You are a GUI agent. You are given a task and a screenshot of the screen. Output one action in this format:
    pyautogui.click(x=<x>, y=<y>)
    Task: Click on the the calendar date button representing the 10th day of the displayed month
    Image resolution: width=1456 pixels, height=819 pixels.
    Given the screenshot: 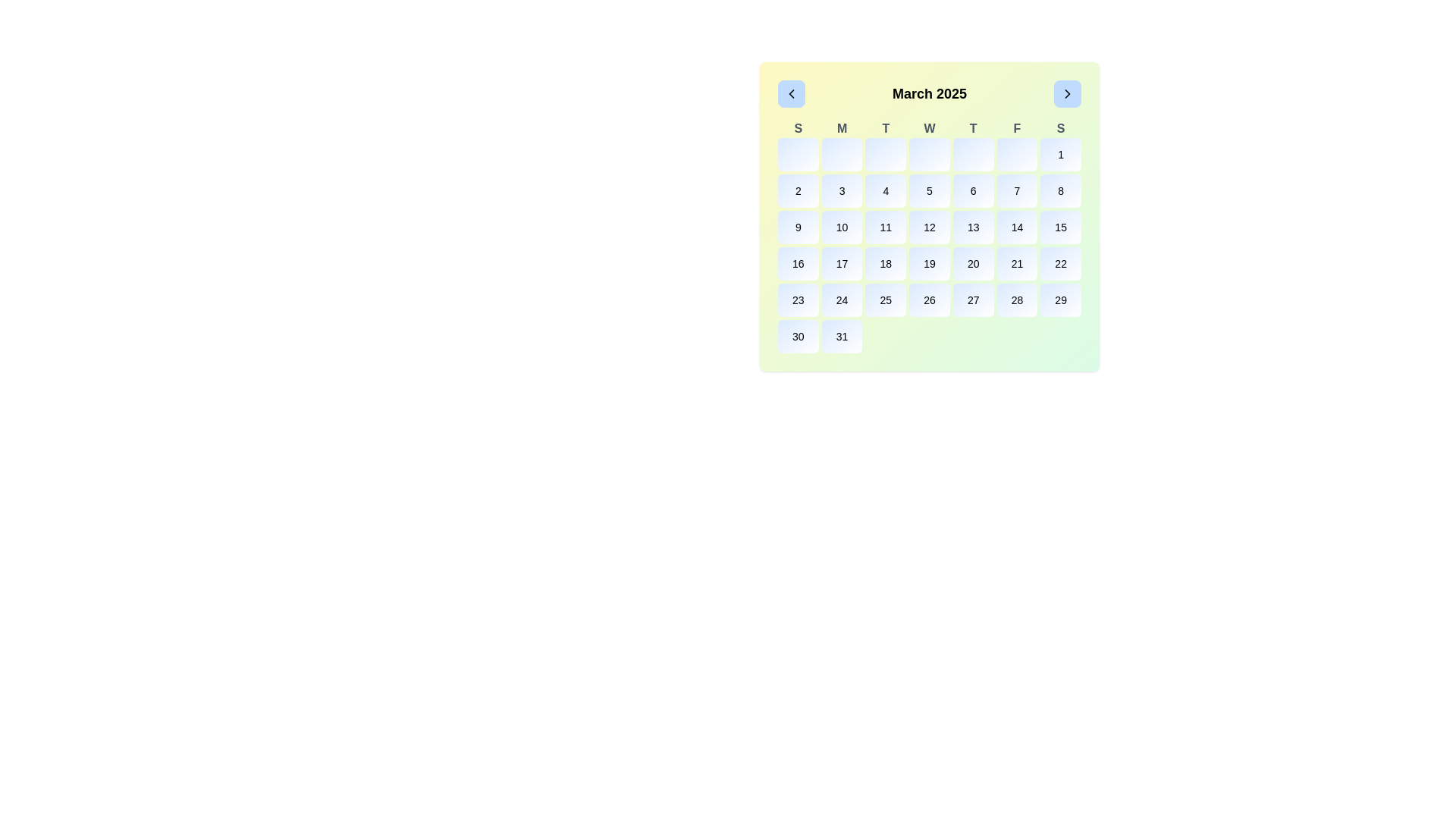 What is the action you would take?
    pyautogui.click(x=841, y=227)
    